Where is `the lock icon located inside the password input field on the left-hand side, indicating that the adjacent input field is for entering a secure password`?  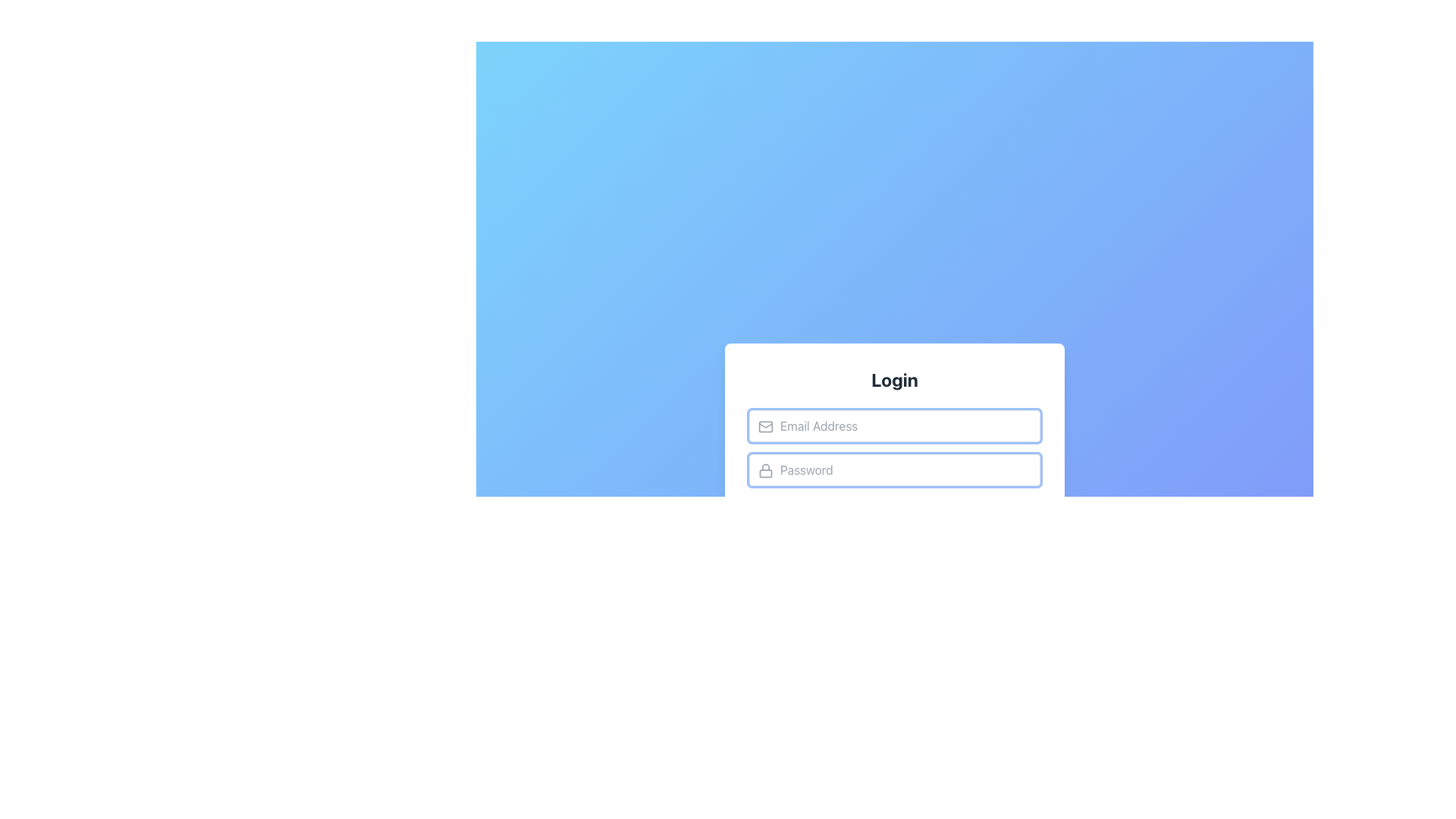
the lock icon located inside the password input field on the left-hand side, indicating that the adjacent input field is for entering a secure password is located at coordinates (765, 470).